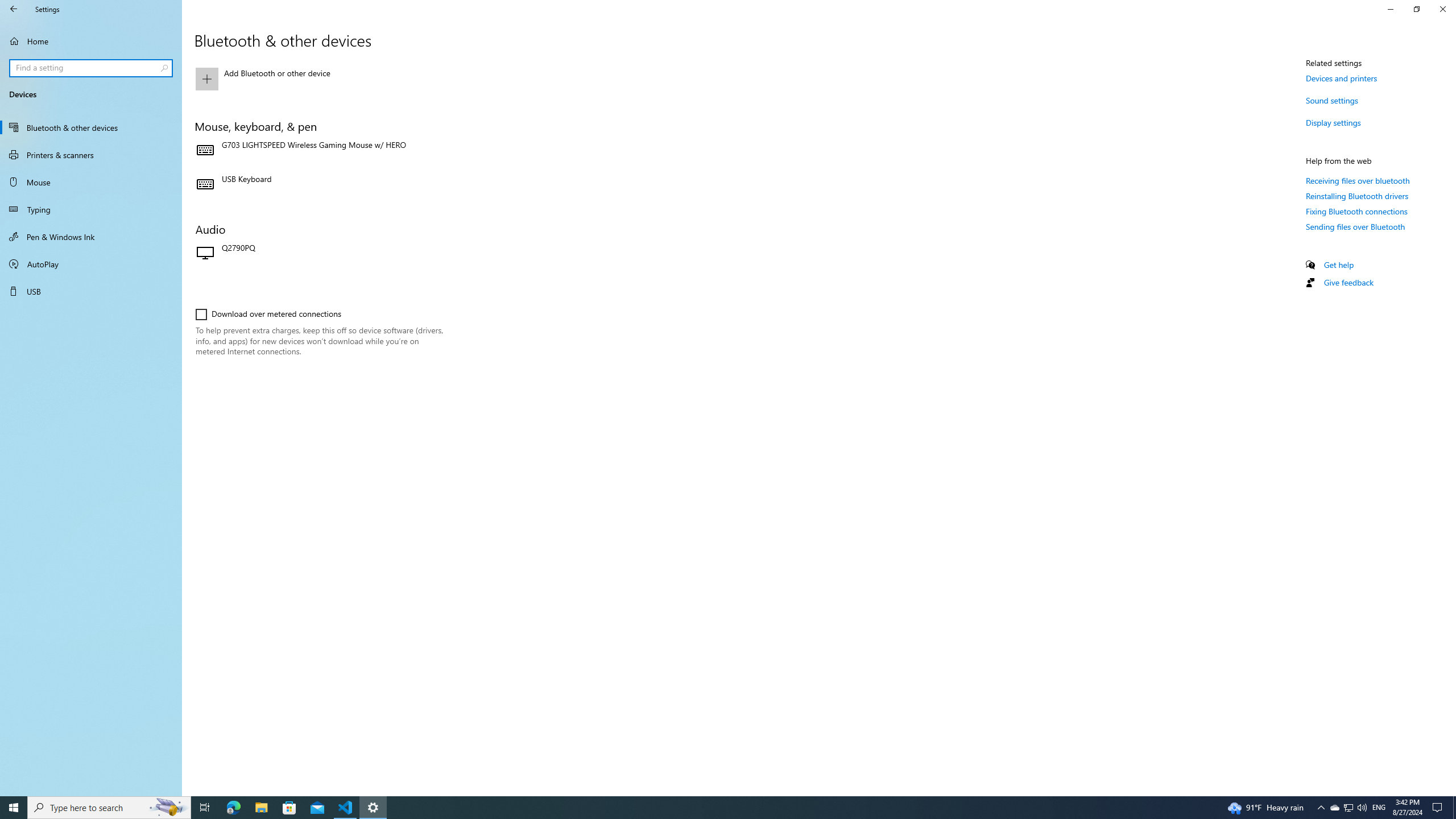 This screenshot has height=819, width=1456. Describe the element at coordinates (318, 150) in the screenshot. I see `'G703 LIGHTSPEED Wireless Gaming Mouse w/ HERO Type: Keyboard'` at that location.